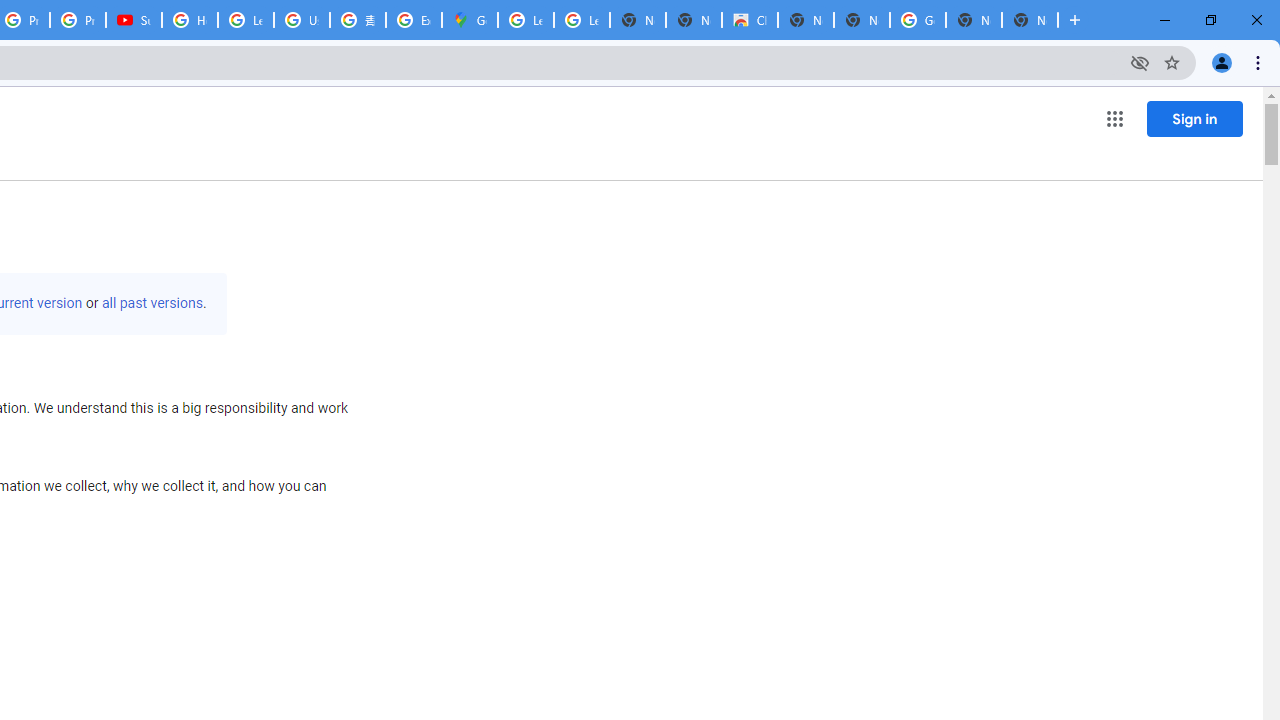 The width and height of the screenshot is (1280, 720). I want to click on 'Chrome Web Store', so click(749, 20).